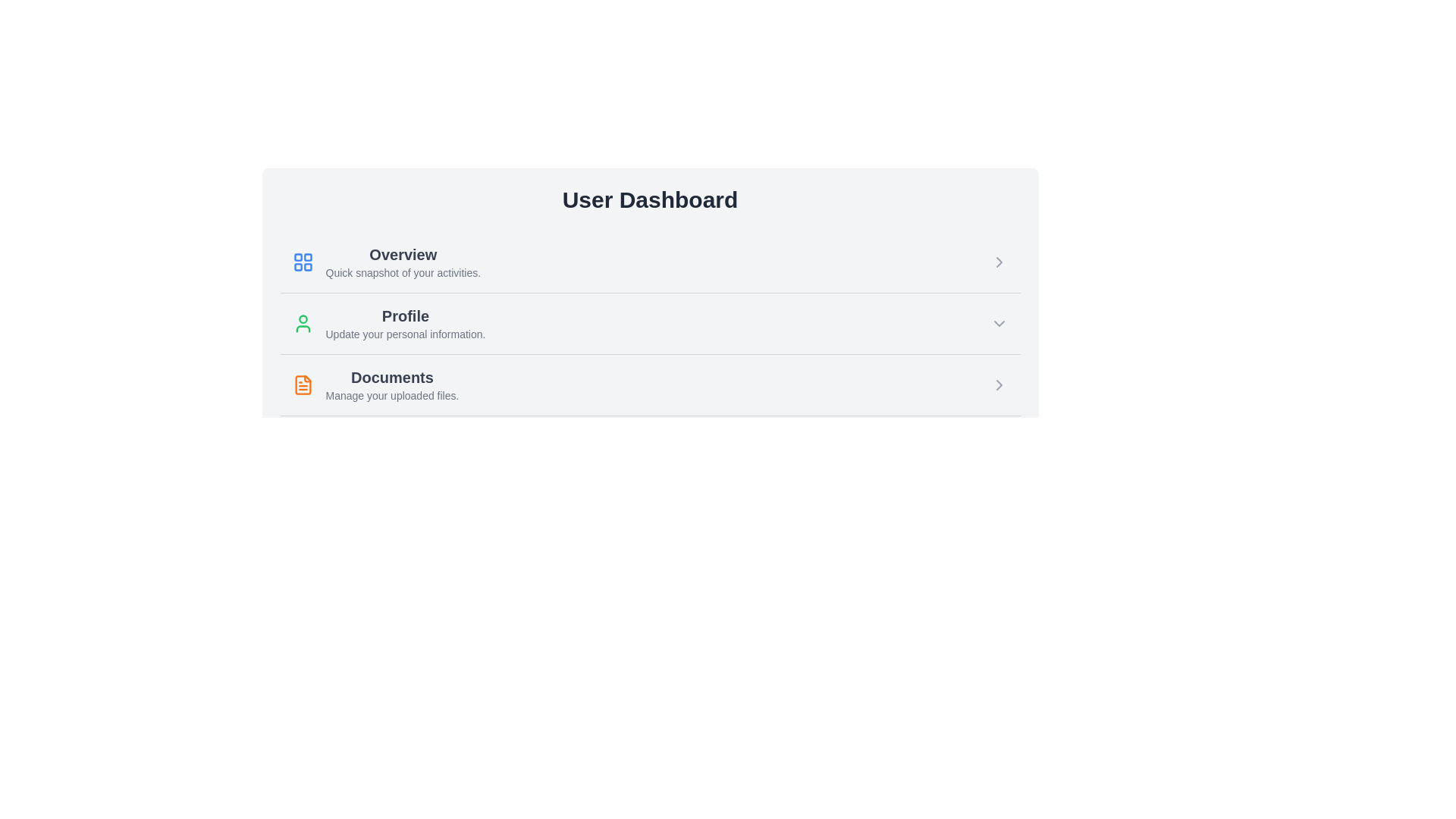 The image size is (1456, 819). Describe the element at coordinates (375, 384) in the screenshot. I see `the composite UI component that features an orange document icon and the text 'Documents'` at that location.